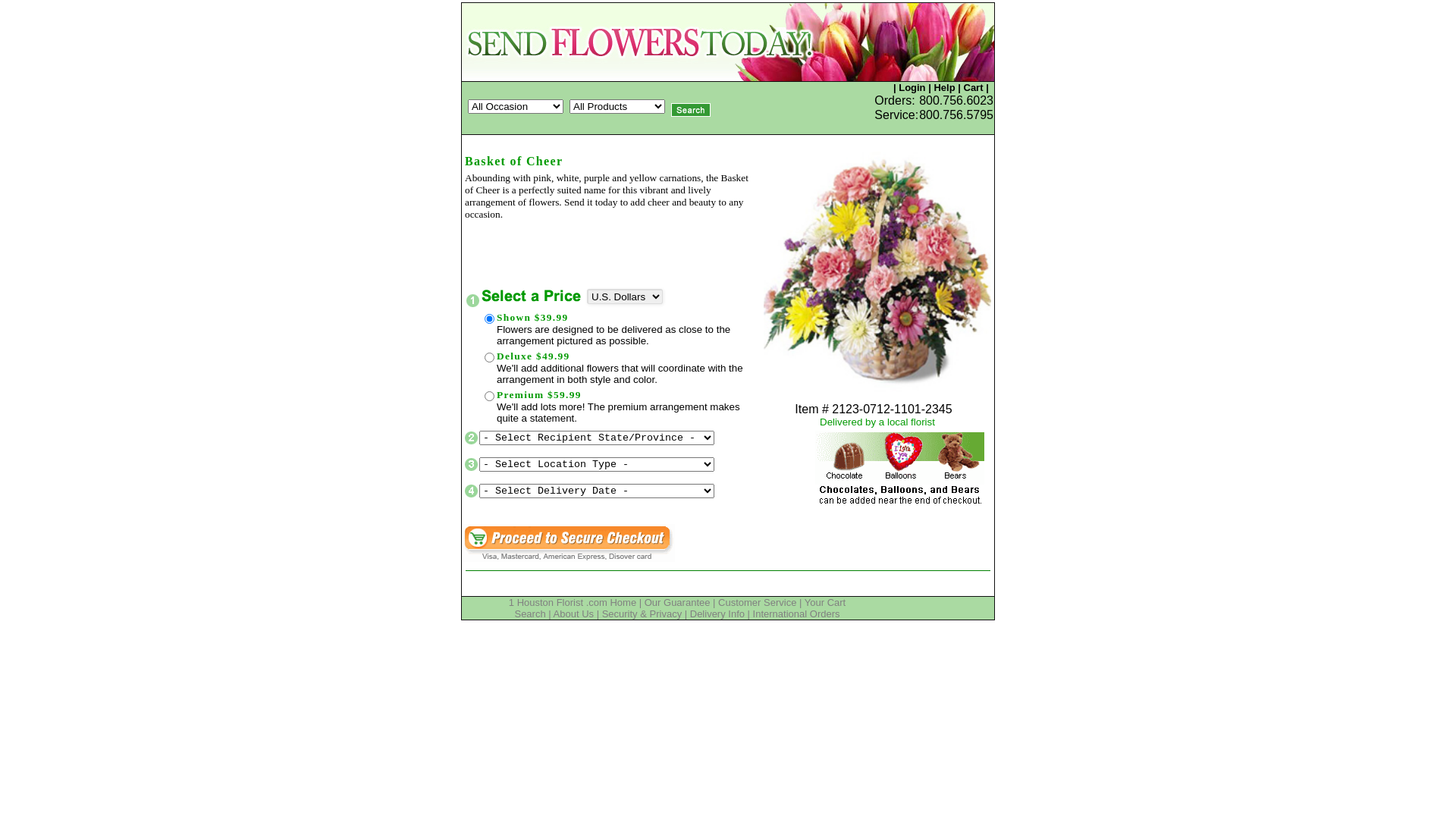  What do you see at coordinates (803, 601) in the screenshot?
I see `'Your Cart'` at bounding box center [803, 601].